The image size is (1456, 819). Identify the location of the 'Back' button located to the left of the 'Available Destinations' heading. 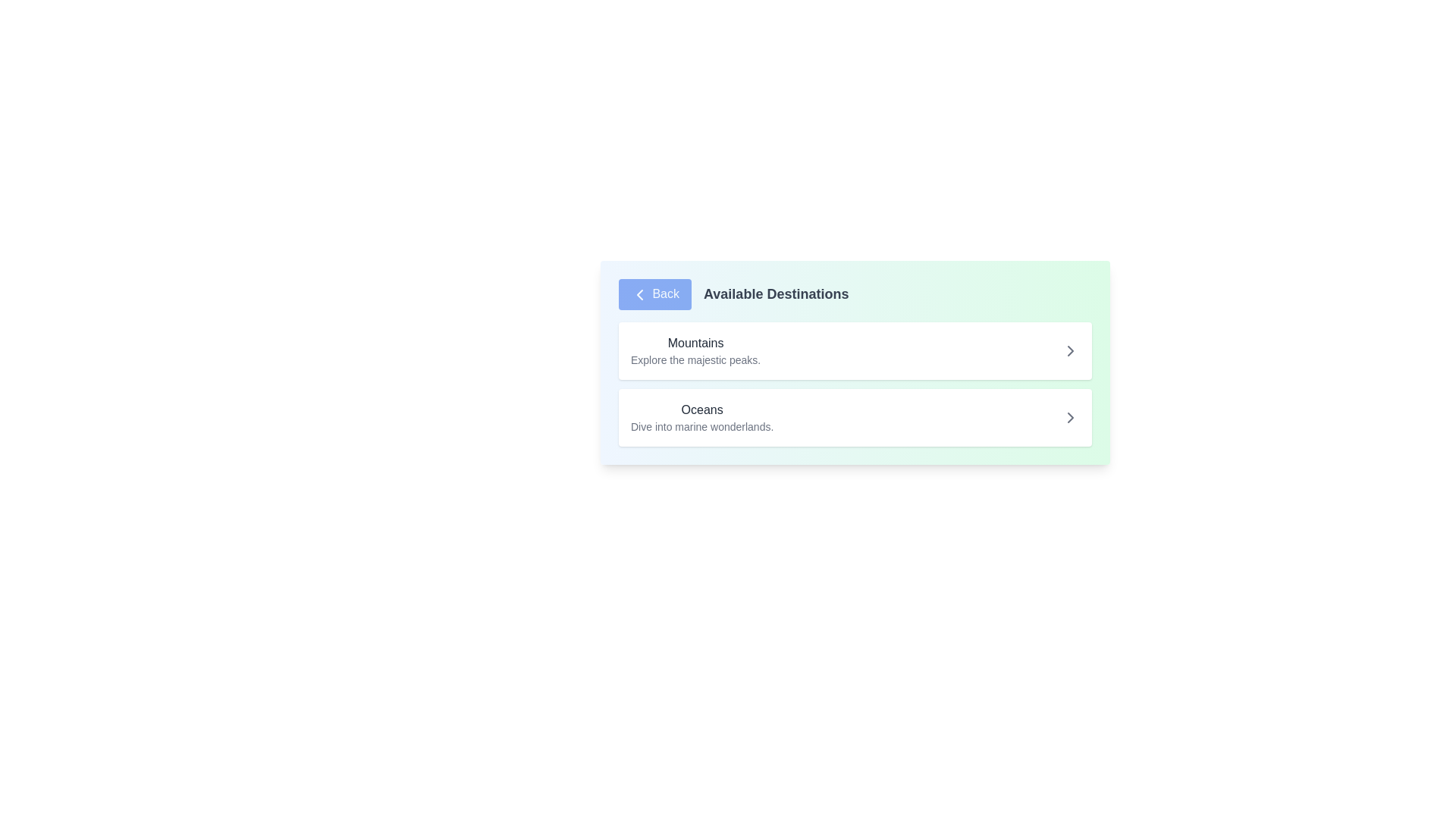
(655, 294).